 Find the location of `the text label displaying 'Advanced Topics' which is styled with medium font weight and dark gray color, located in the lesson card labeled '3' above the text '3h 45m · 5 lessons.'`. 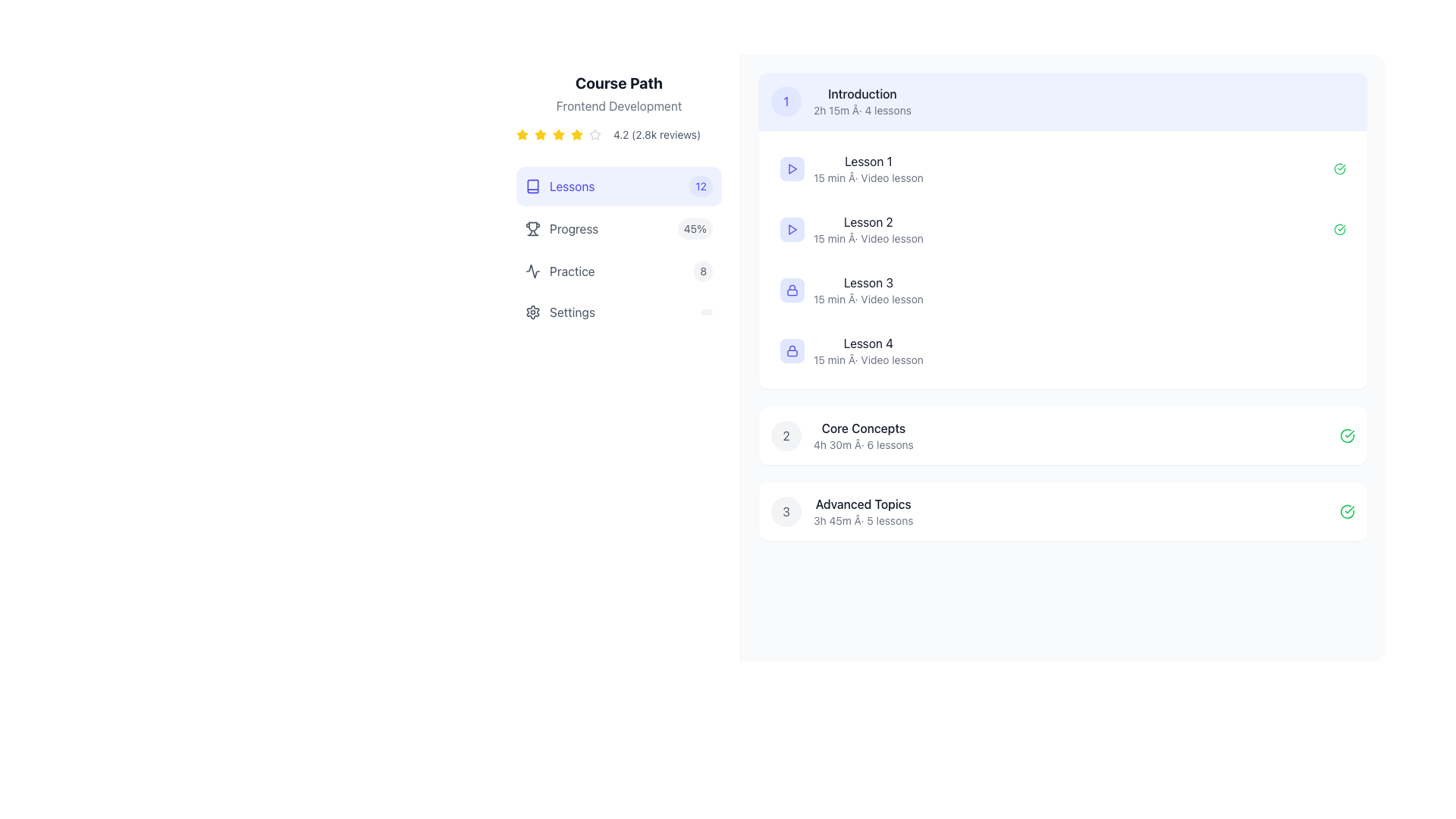

the text label displaying 'Advanced Topics' which is styled with medium font weight and dark gray color, located in the lesson card labeled '3' above the text '3h 45m · 5 lessons.' is located at coordinates (863, 504).